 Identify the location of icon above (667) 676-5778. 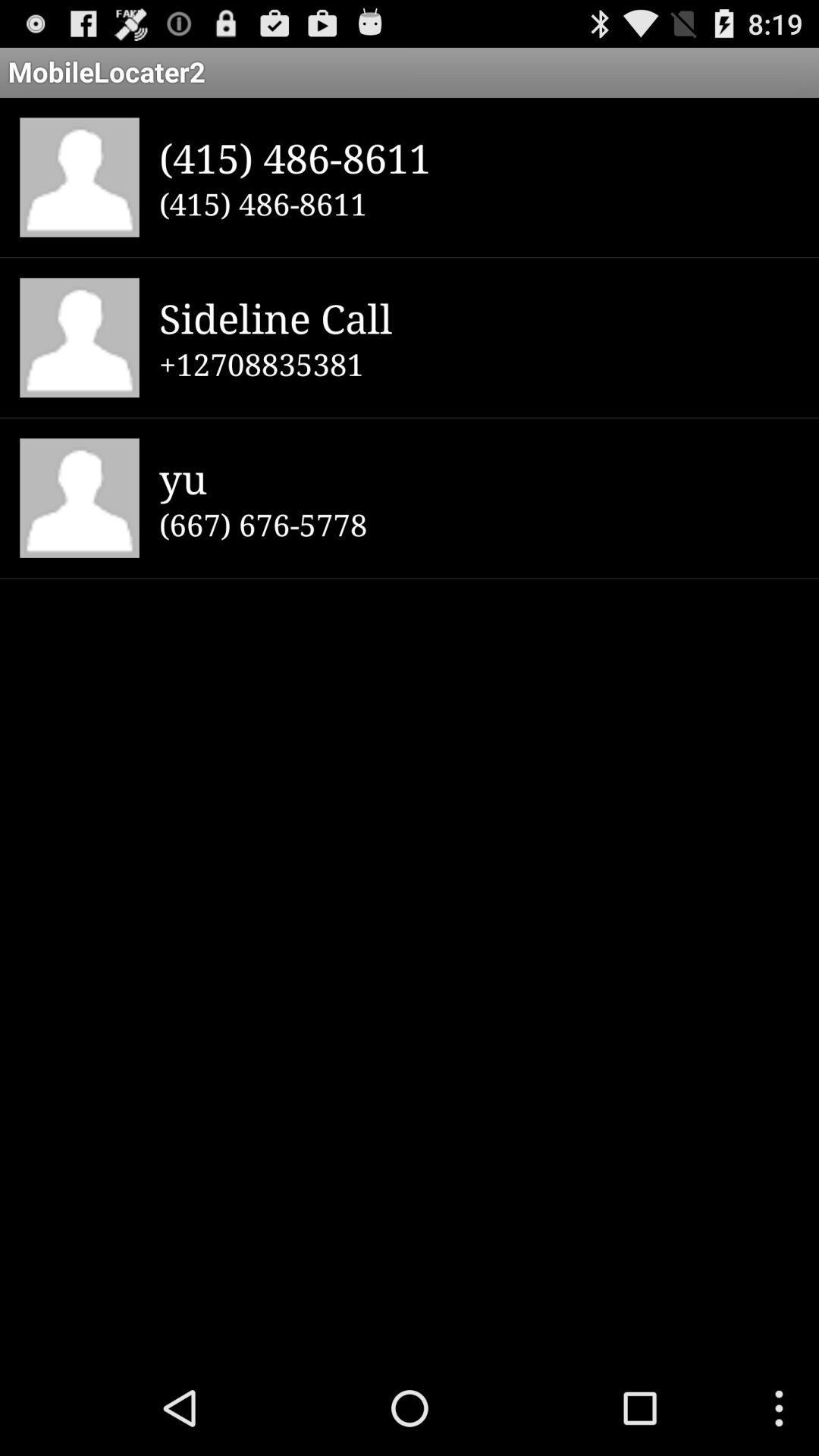
(479, 477).